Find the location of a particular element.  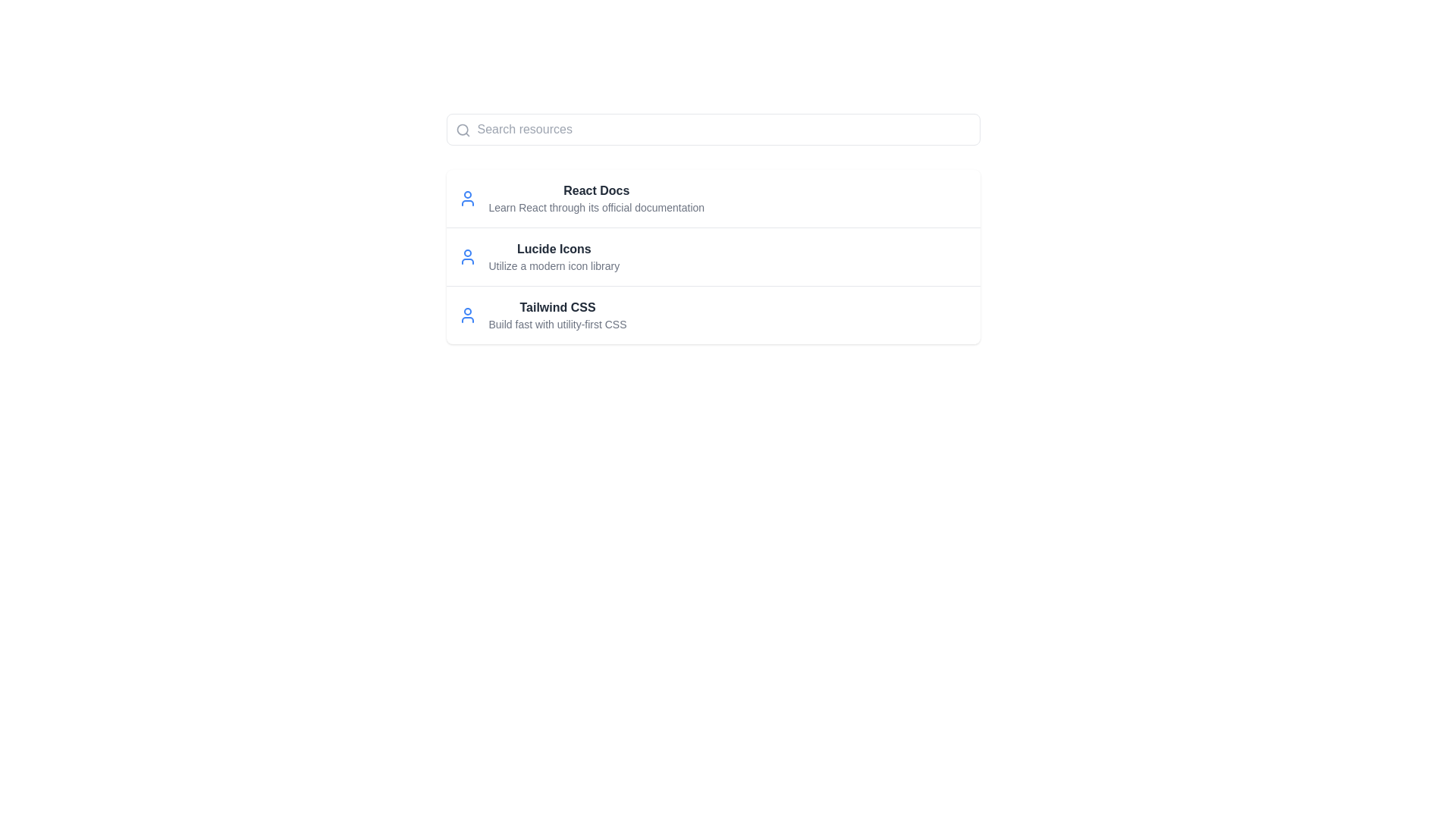

the blue user avatar icon located to the left of the text 'React Docs' is located at coordinates (466, 198).